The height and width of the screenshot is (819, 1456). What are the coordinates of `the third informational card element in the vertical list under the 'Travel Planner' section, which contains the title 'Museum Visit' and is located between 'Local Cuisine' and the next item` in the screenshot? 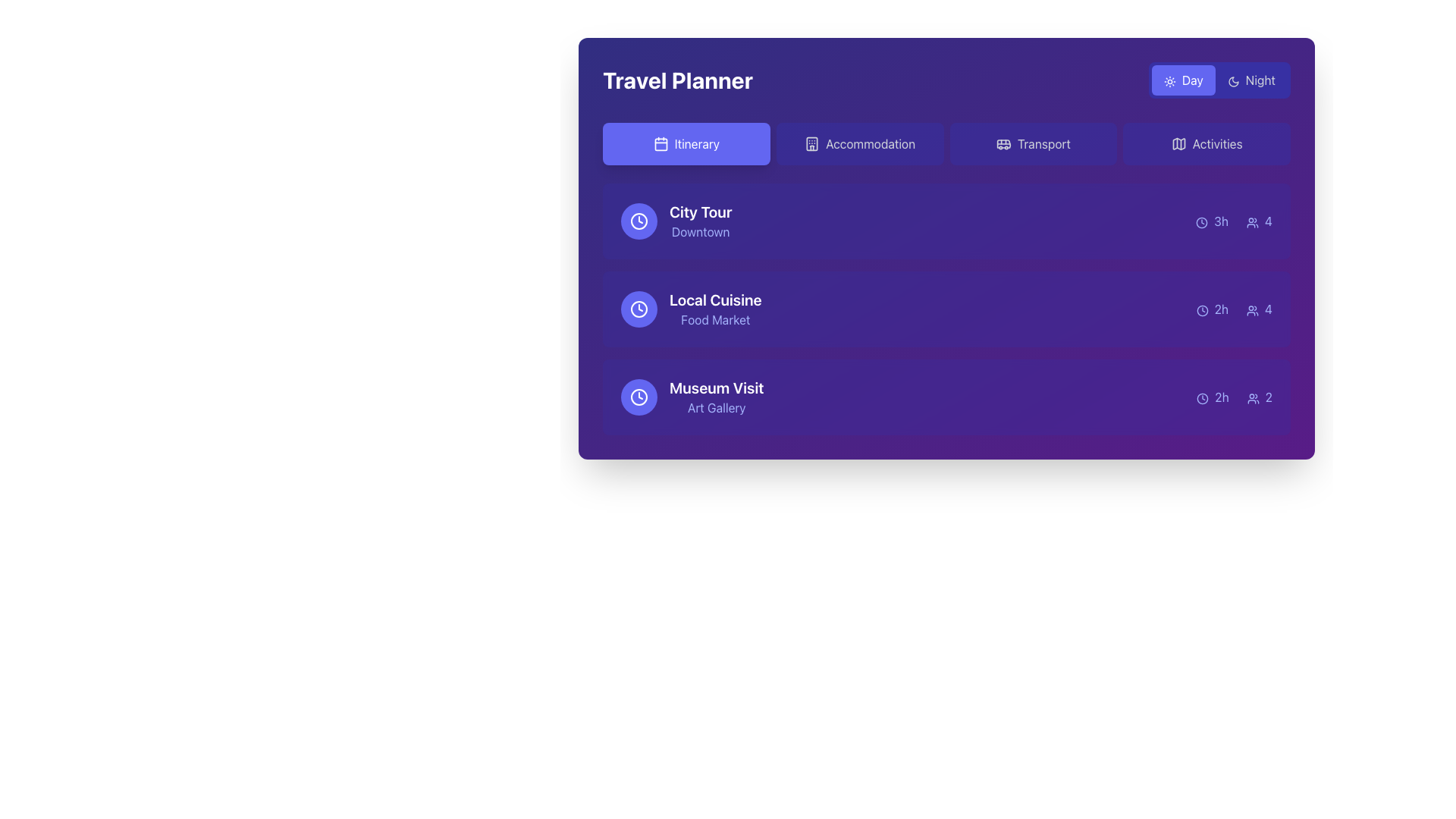 It's located at (946, 397).